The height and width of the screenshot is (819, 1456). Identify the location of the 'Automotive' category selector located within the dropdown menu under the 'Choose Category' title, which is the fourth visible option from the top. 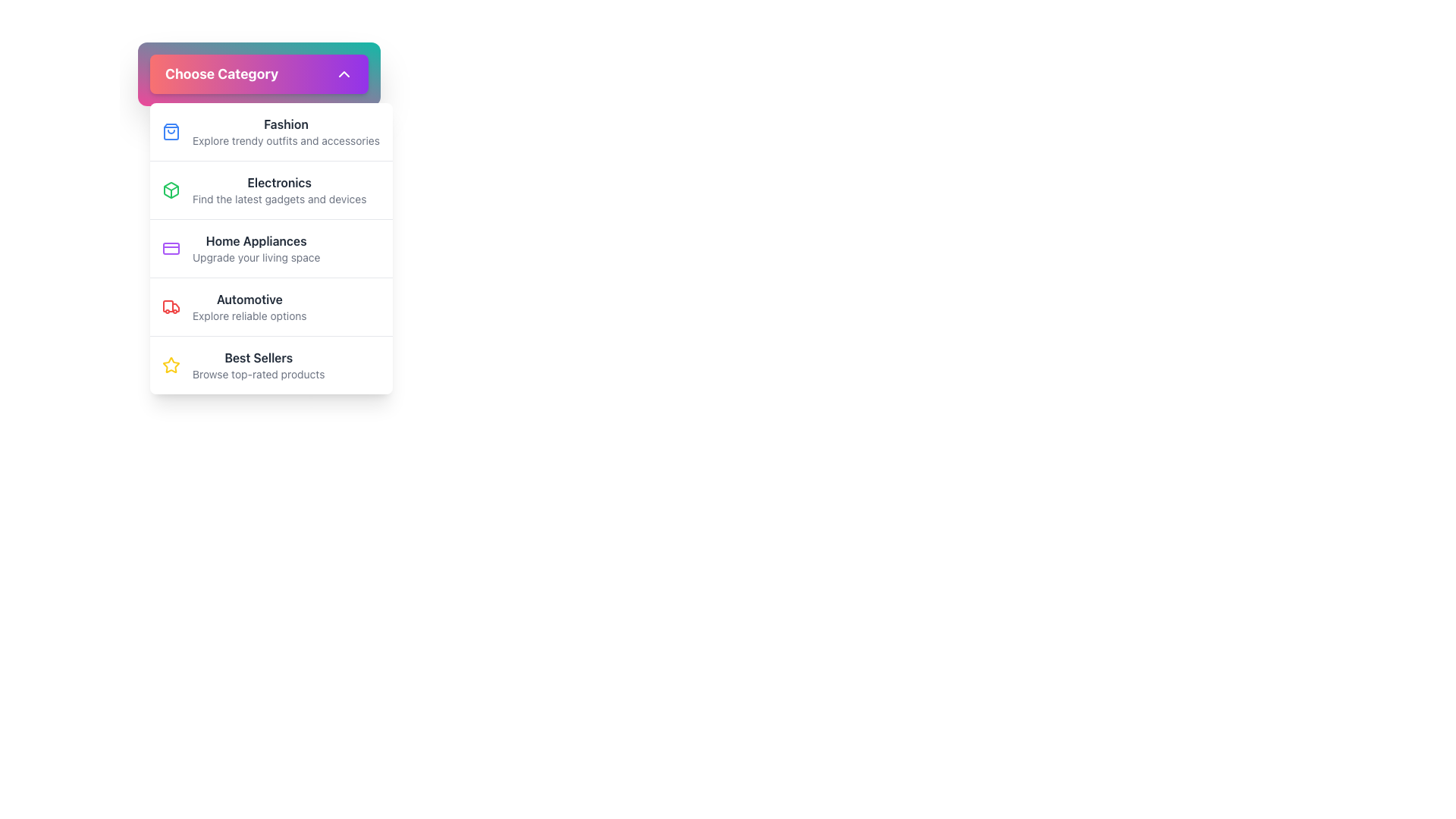
(249, 307).